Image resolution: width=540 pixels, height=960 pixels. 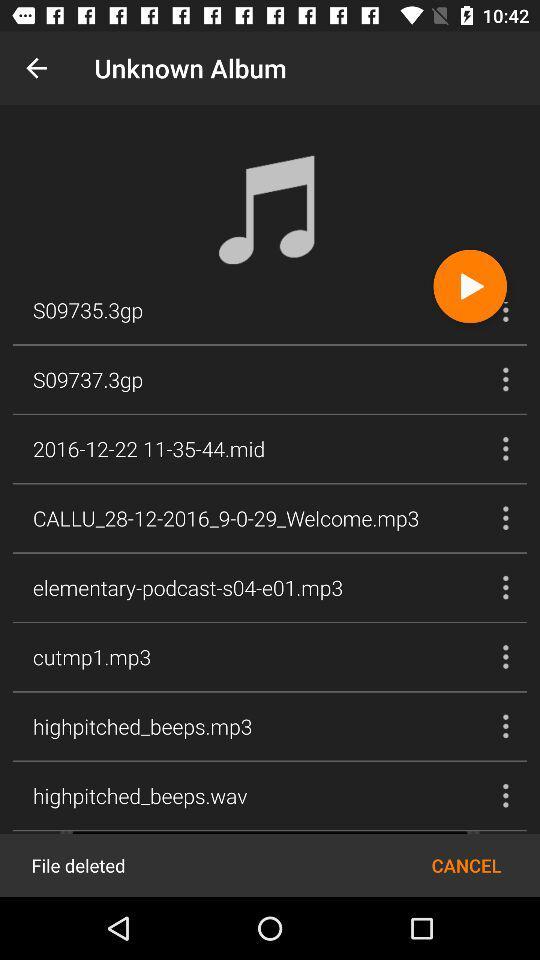 I want to click on cancel icon, so click(x=466, y=864).